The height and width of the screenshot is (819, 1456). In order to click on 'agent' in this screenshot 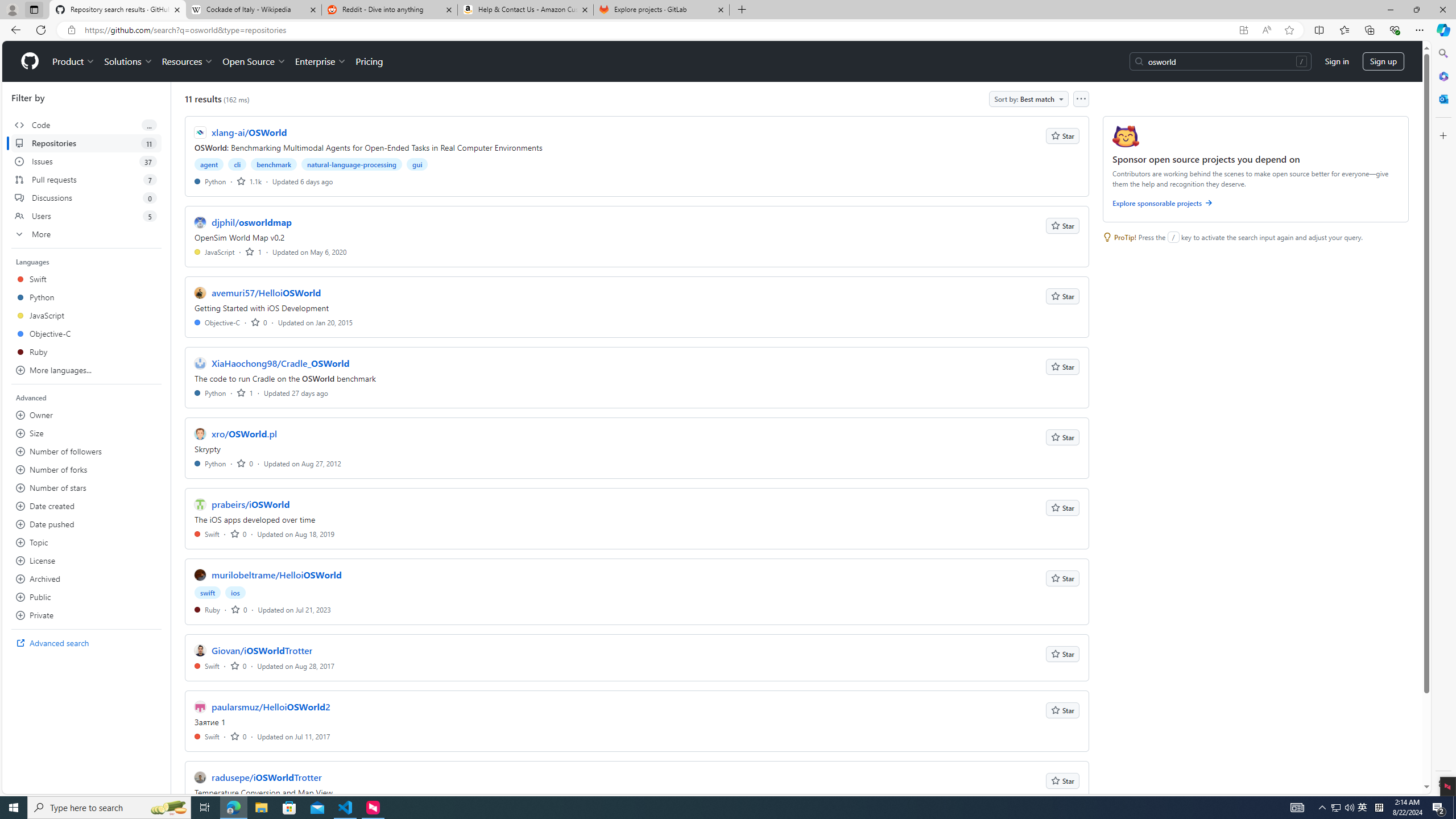, I will do `click(209, 163)`.